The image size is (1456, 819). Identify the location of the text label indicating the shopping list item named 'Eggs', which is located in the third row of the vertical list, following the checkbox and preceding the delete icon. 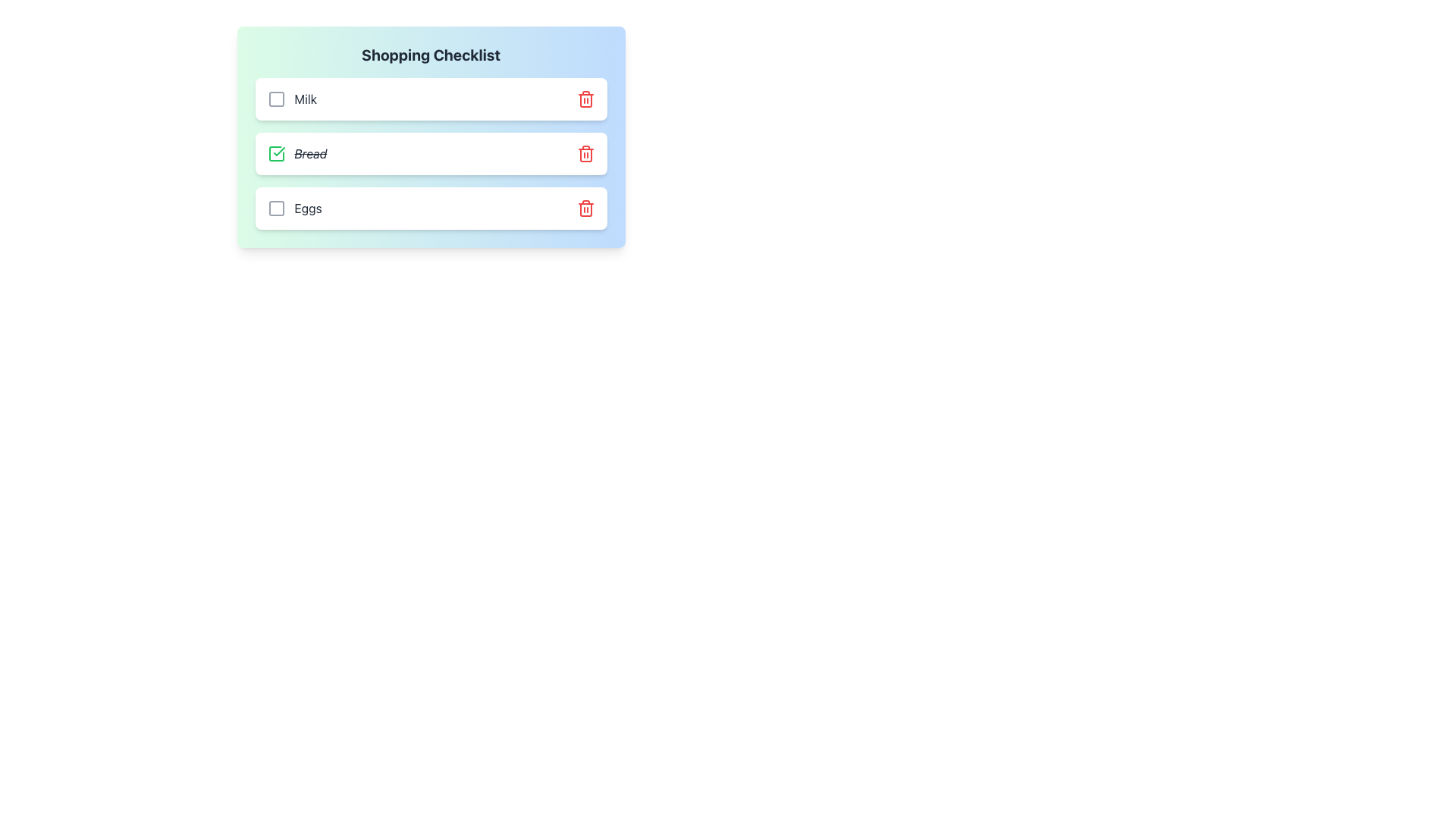
(307, 208).